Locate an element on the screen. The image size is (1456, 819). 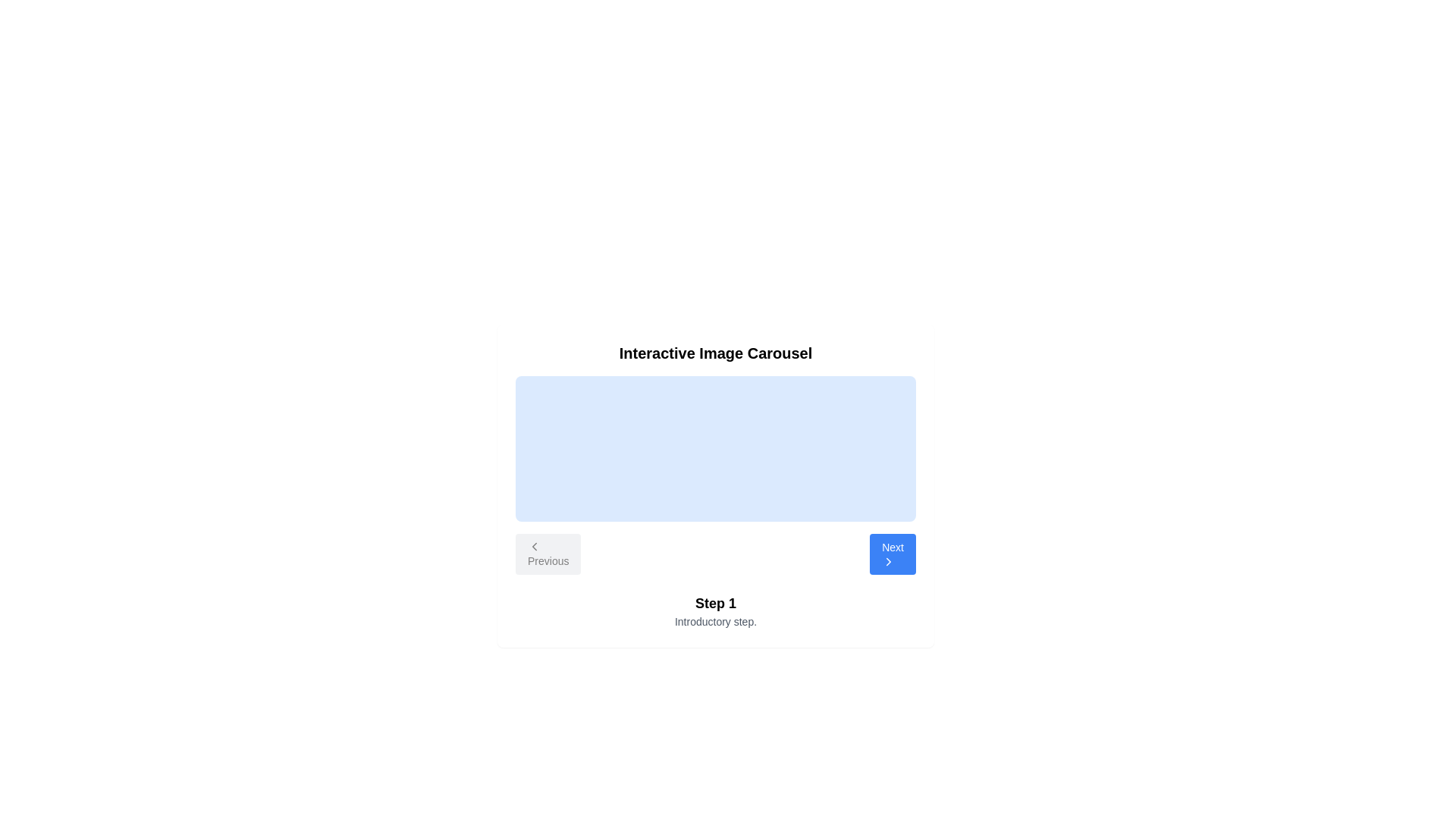
the navigation button located in the lower right section of the interface, which is the last button among its siblings and contrasts with the 'Previous' button is located at coordinates (893, 554).